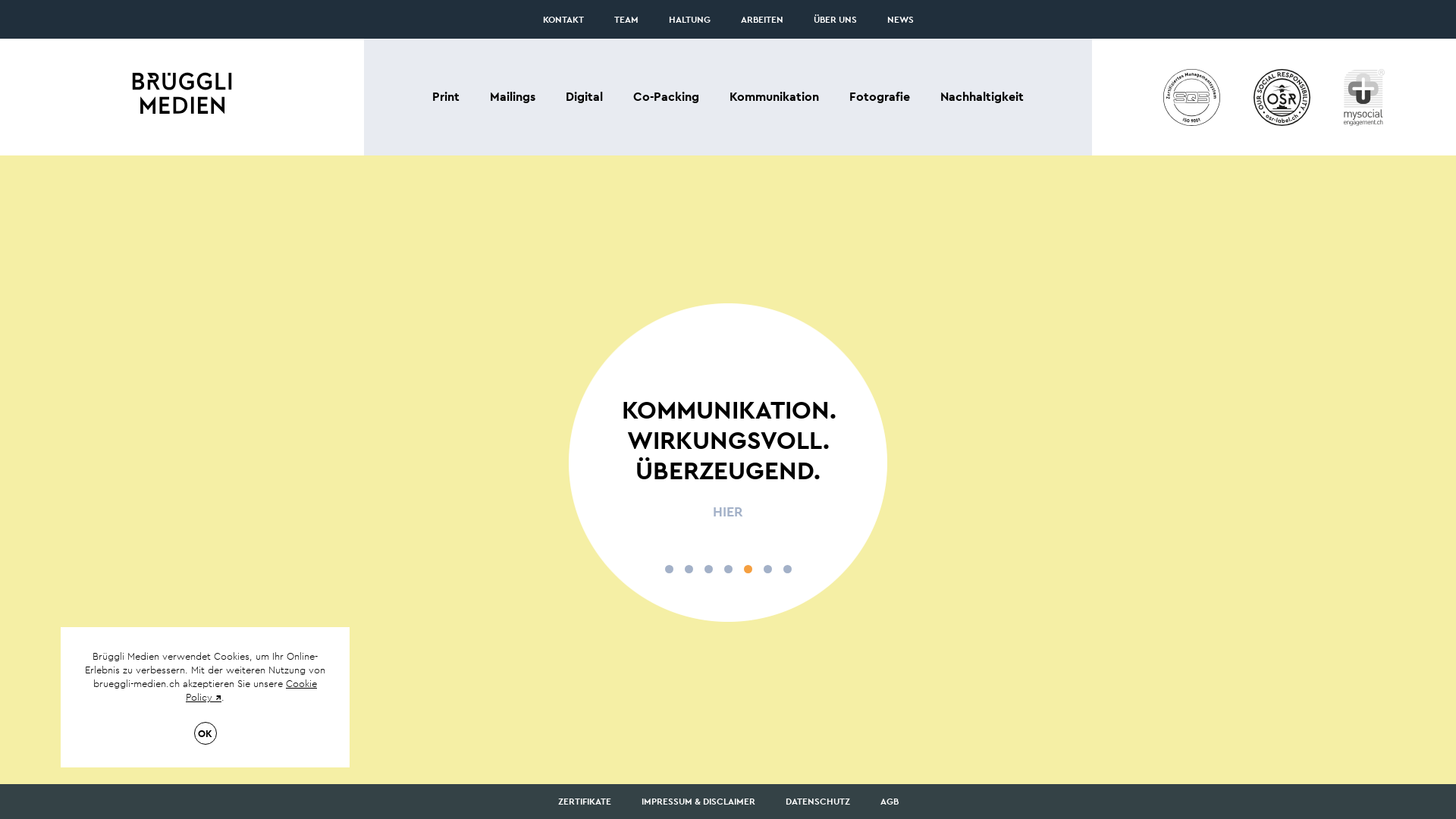  Describe the element at coordinates (583, 96) in the screenshot. I see `'Digital'` at that location.